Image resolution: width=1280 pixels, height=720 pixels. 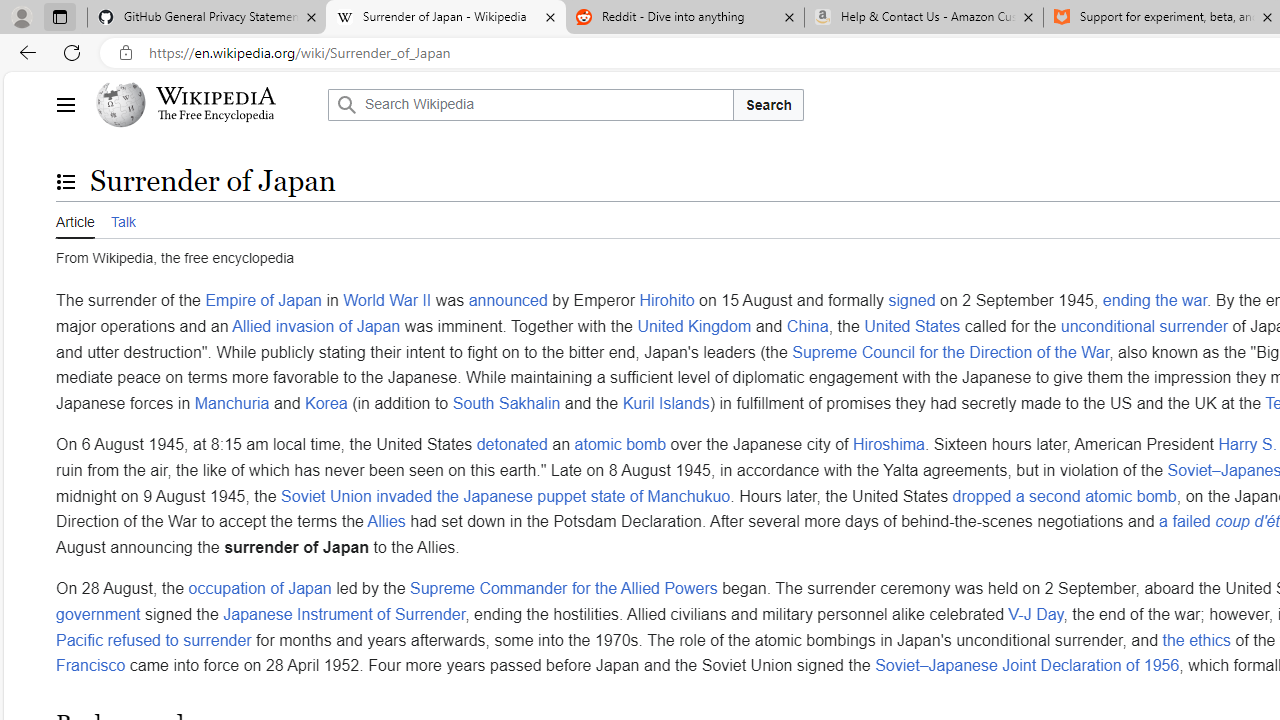 I want to click on 'Surrender of Japan - Wikipedia', so click(x=444, y=17).